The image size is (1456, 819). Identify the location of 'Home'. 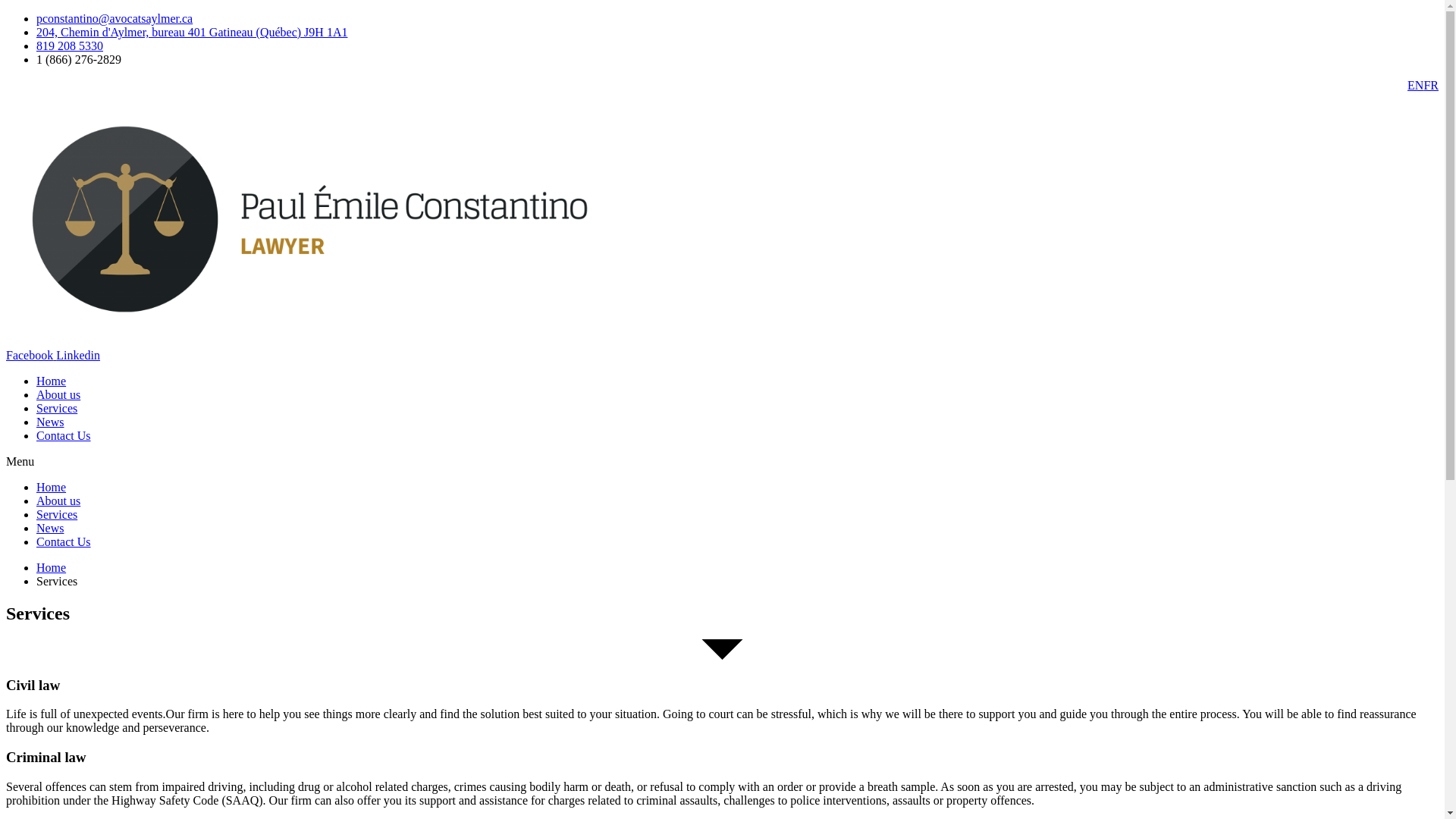
(51, 487).